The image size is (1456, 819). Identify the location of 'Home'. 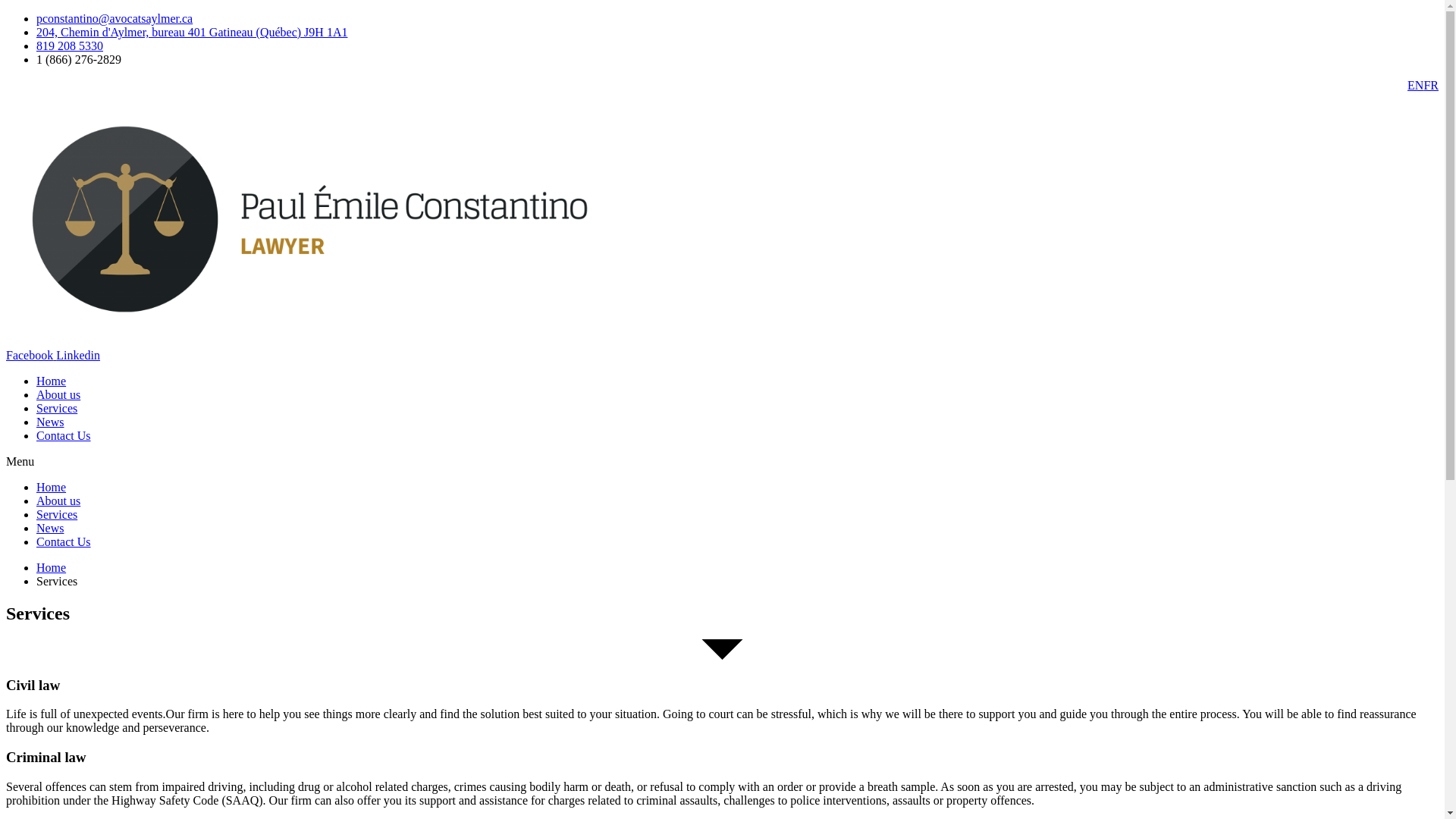
(51, 487).